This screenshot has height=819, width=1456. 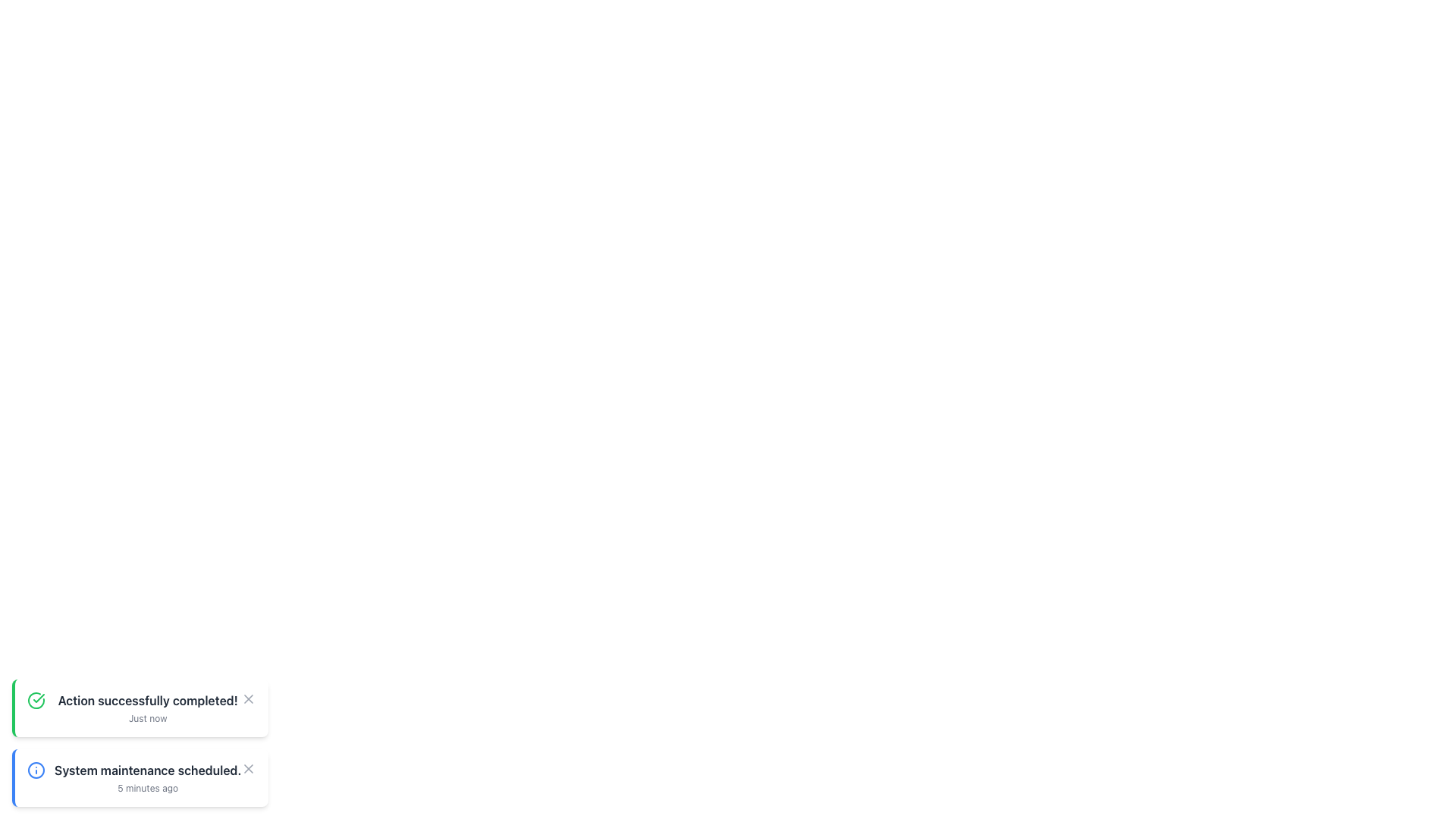 What do you see at coordinates (249, 698) in the screenshot?
I see `the 'X' icon in the top-right corner of the notification block` at bounding box center [249, 698].